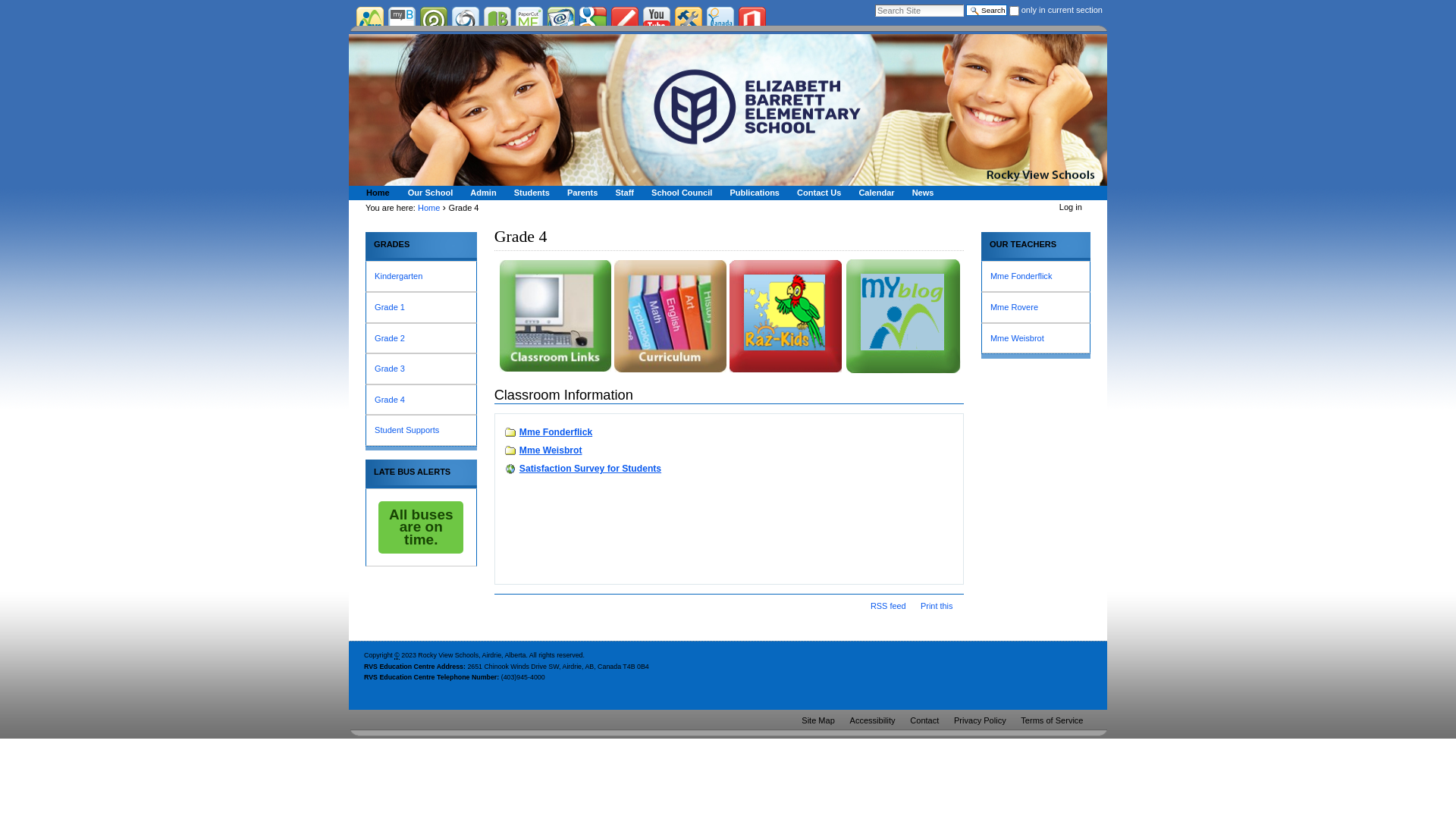 The height and width of the screenshot is (819, 1456). I want to click on 'Terms of Service', so click(1051, 719).